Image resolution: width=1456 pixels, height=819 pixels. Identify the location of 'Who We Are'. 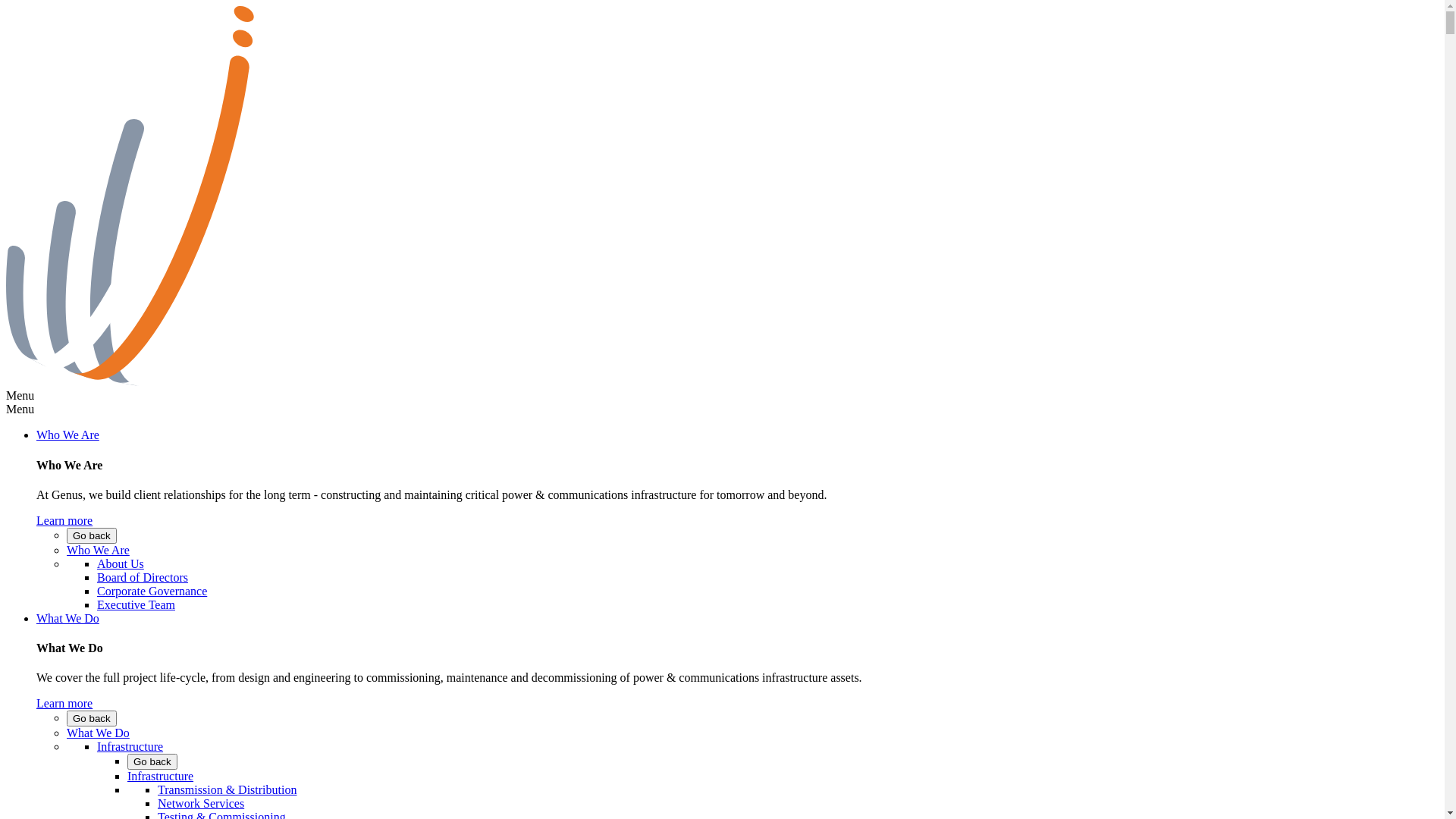
(67, 435).